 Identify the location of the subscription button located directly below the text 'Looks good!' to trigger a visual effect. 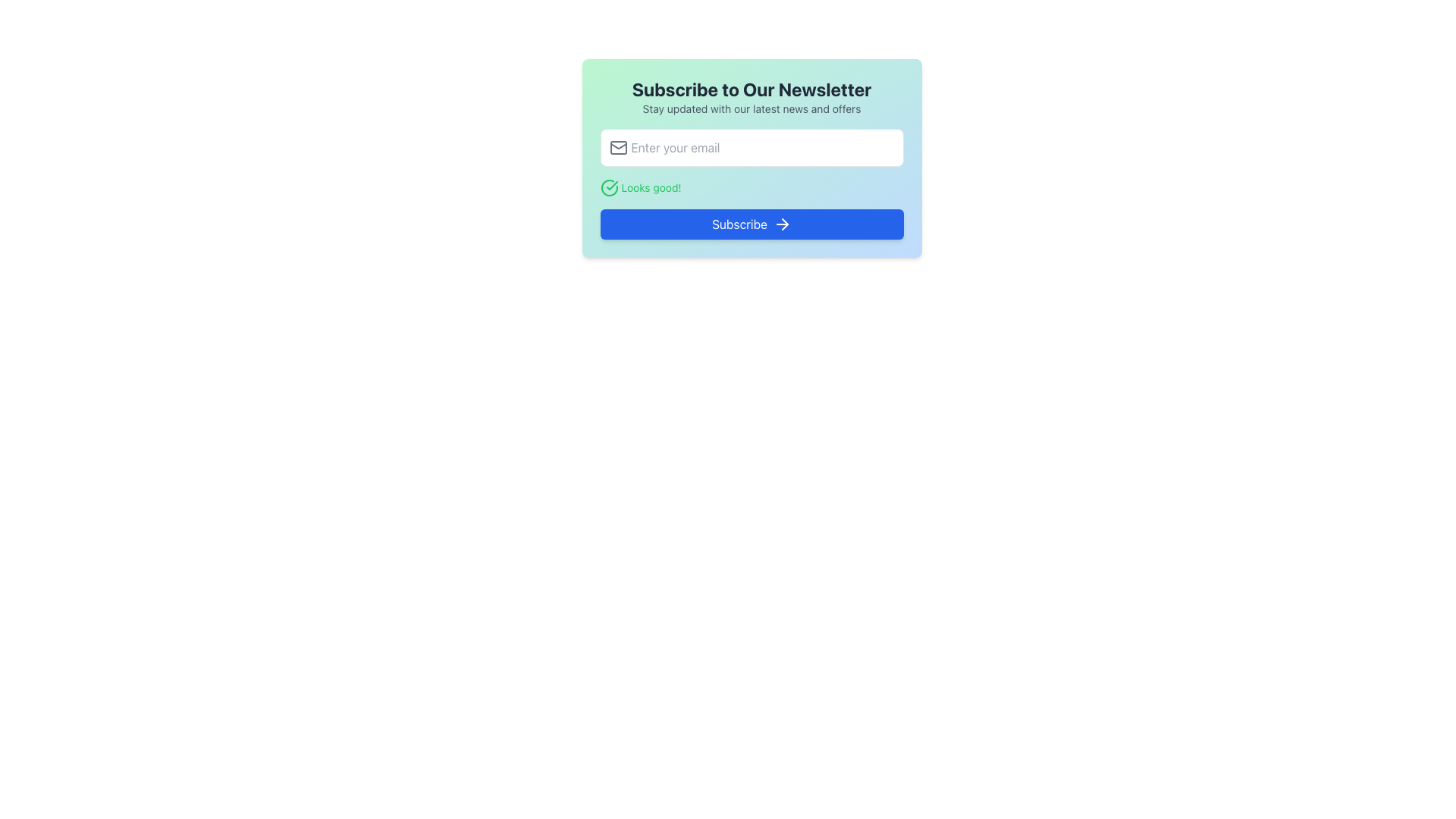
(752, 224).